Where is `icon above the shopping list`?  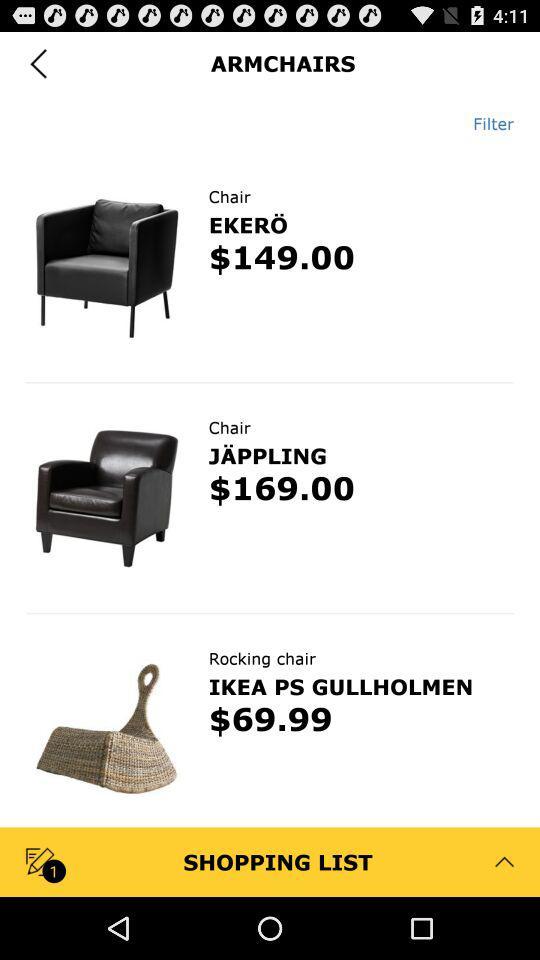
icon above the shopping list is located at coordinates (270, 720).